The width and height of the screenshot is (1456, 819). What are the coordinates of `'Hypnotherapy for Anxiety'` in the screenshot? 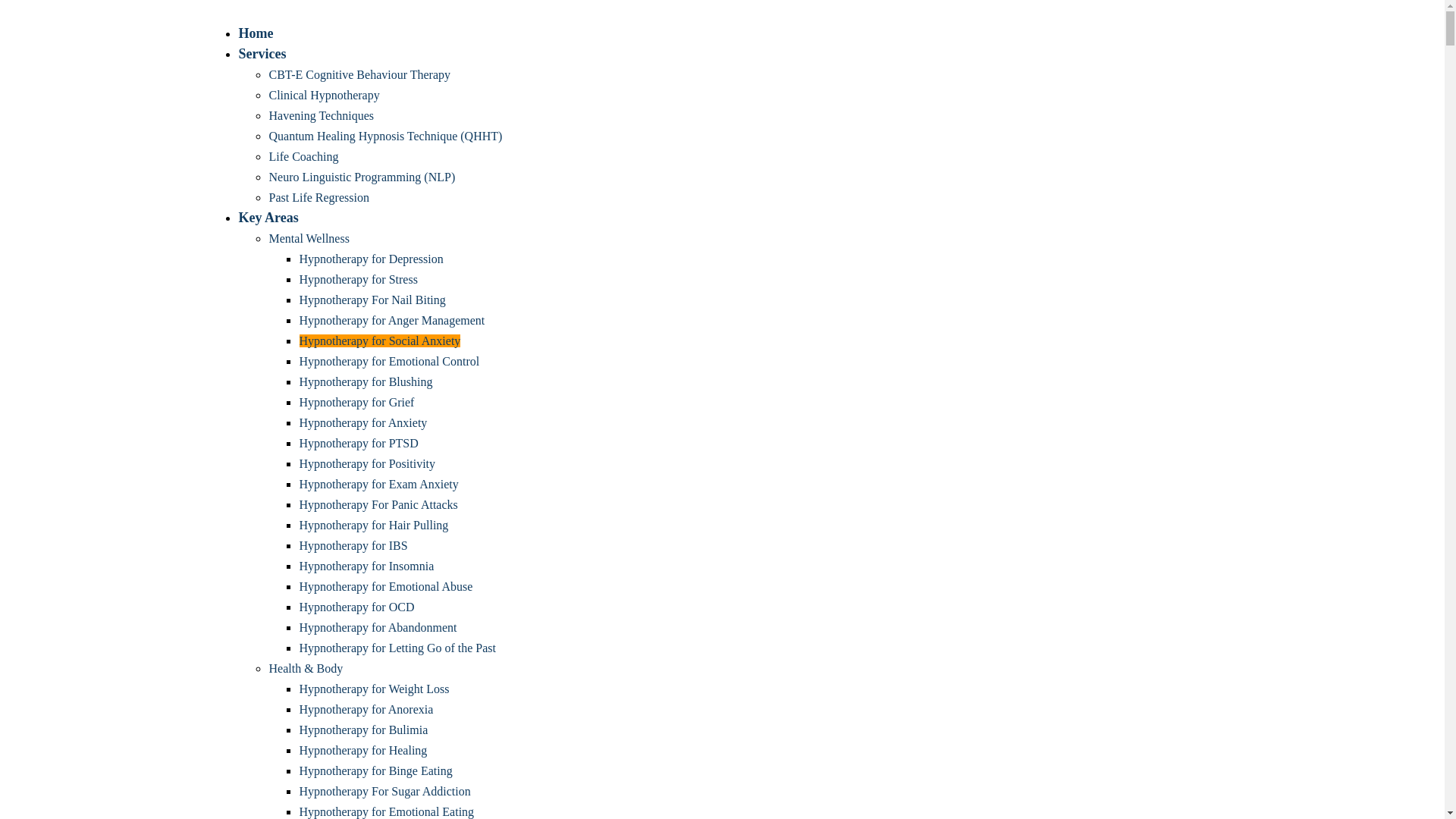 It's located at (362, 422).